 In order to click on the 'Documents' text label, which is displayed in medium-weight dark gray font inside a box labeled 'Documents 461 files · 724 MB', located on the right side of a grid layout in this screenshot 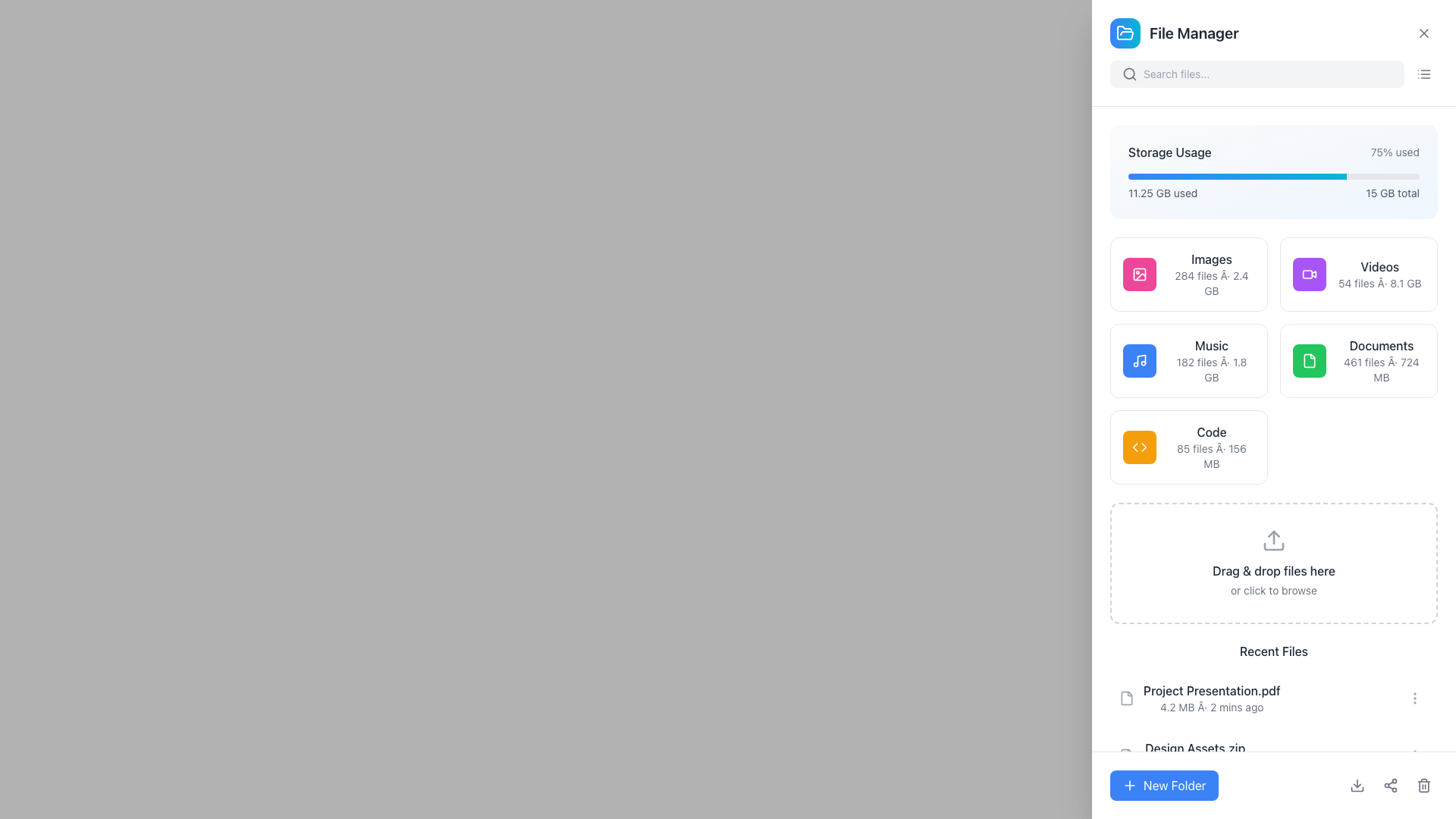, I will do `click(1382, 345)`.